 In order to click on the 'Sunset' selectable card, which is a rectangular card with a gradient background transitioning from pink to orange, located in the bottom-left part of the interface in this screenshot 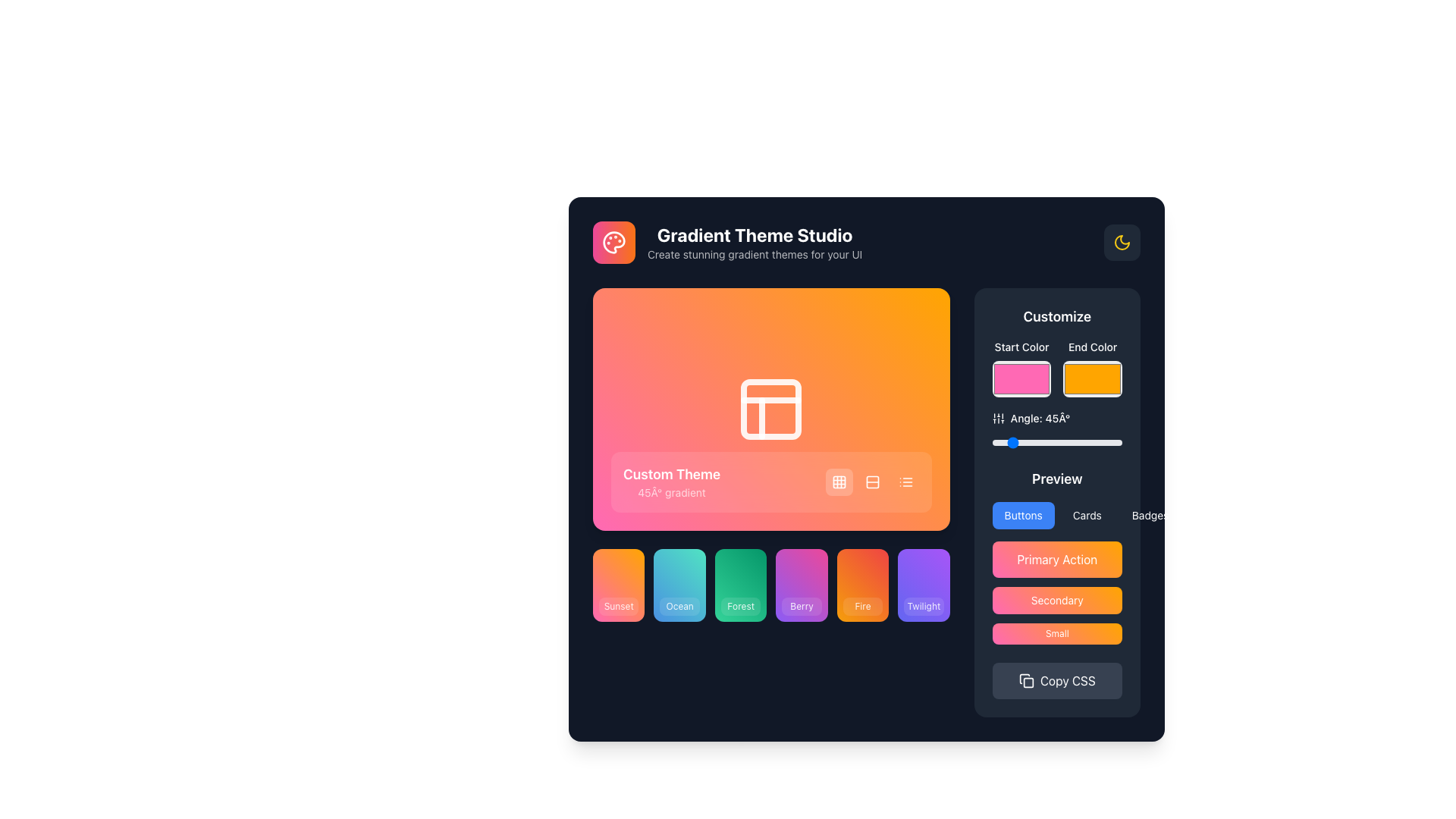, I will do `click(619, 584)`.